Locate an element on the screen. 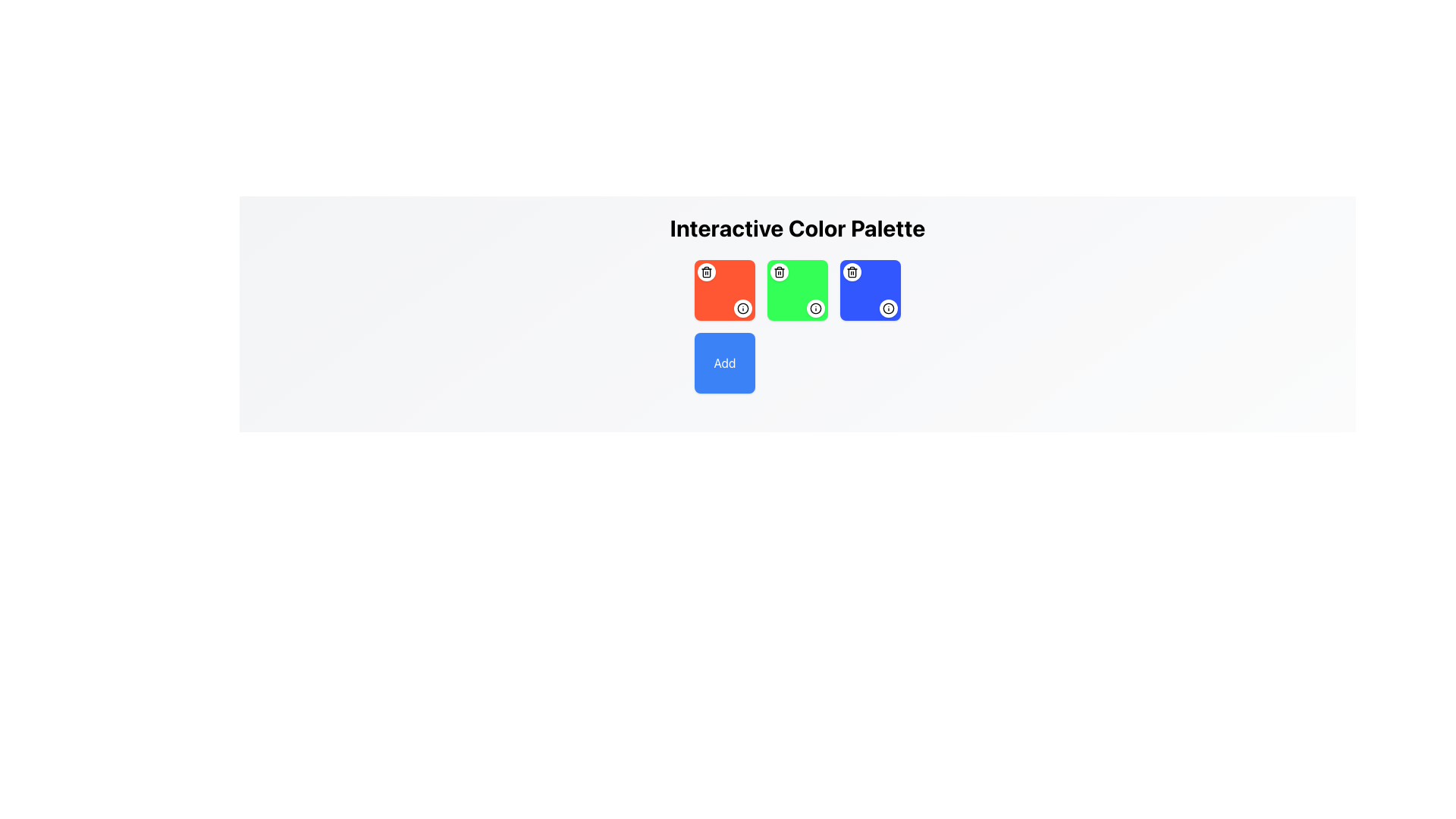  the Decorative SVG graphical element located at the bottom-right corner of the blue square icon in the 'Interactive Color Palette' section is located at coordinates (814, 308).